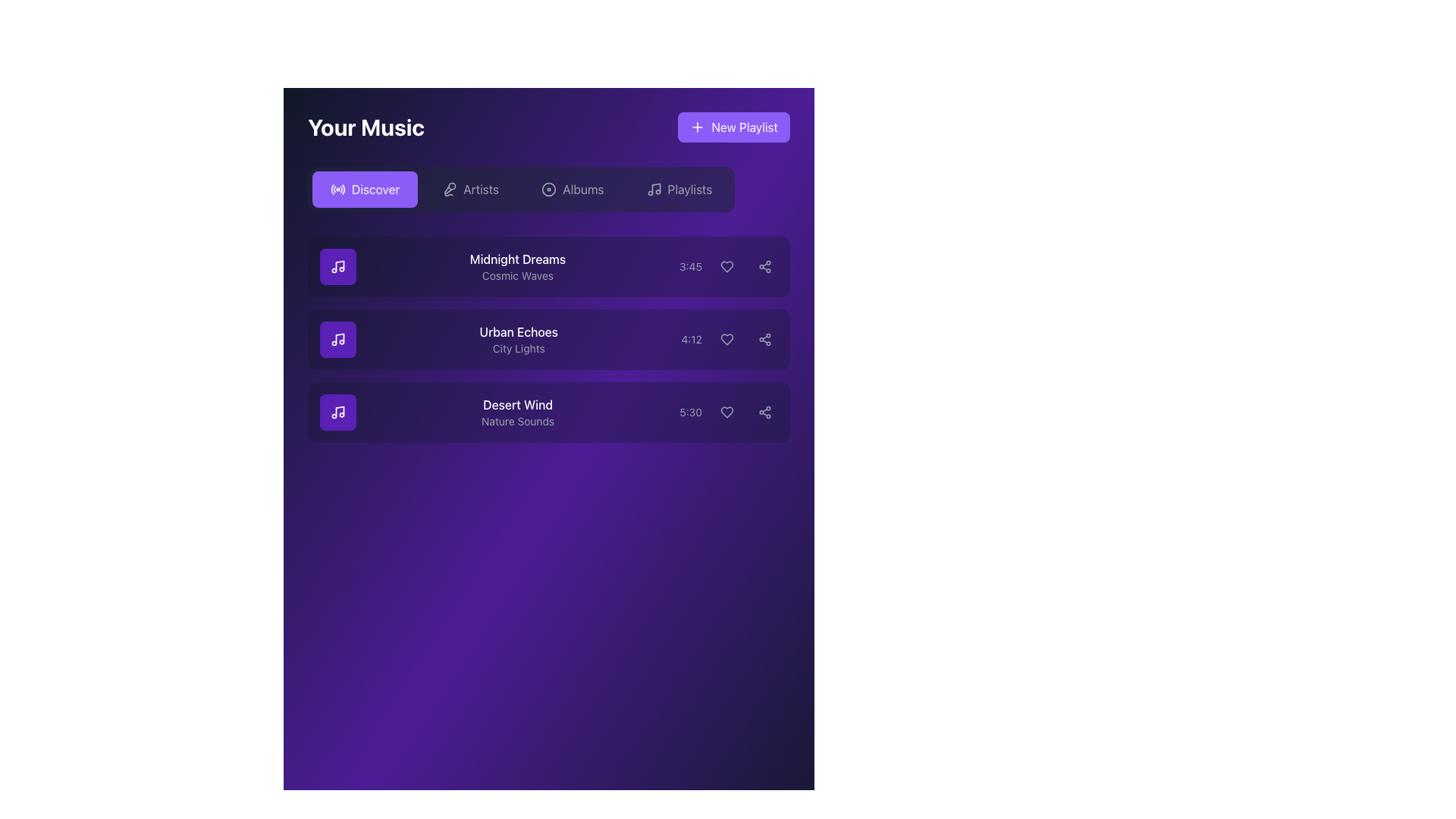 The width and height of the screenshot is (1456, 819). Describe the element at coordinates (655, 187) in the screenshot. I see `the music note icon associated with the 'Playlists' tab in the interface` at that location.